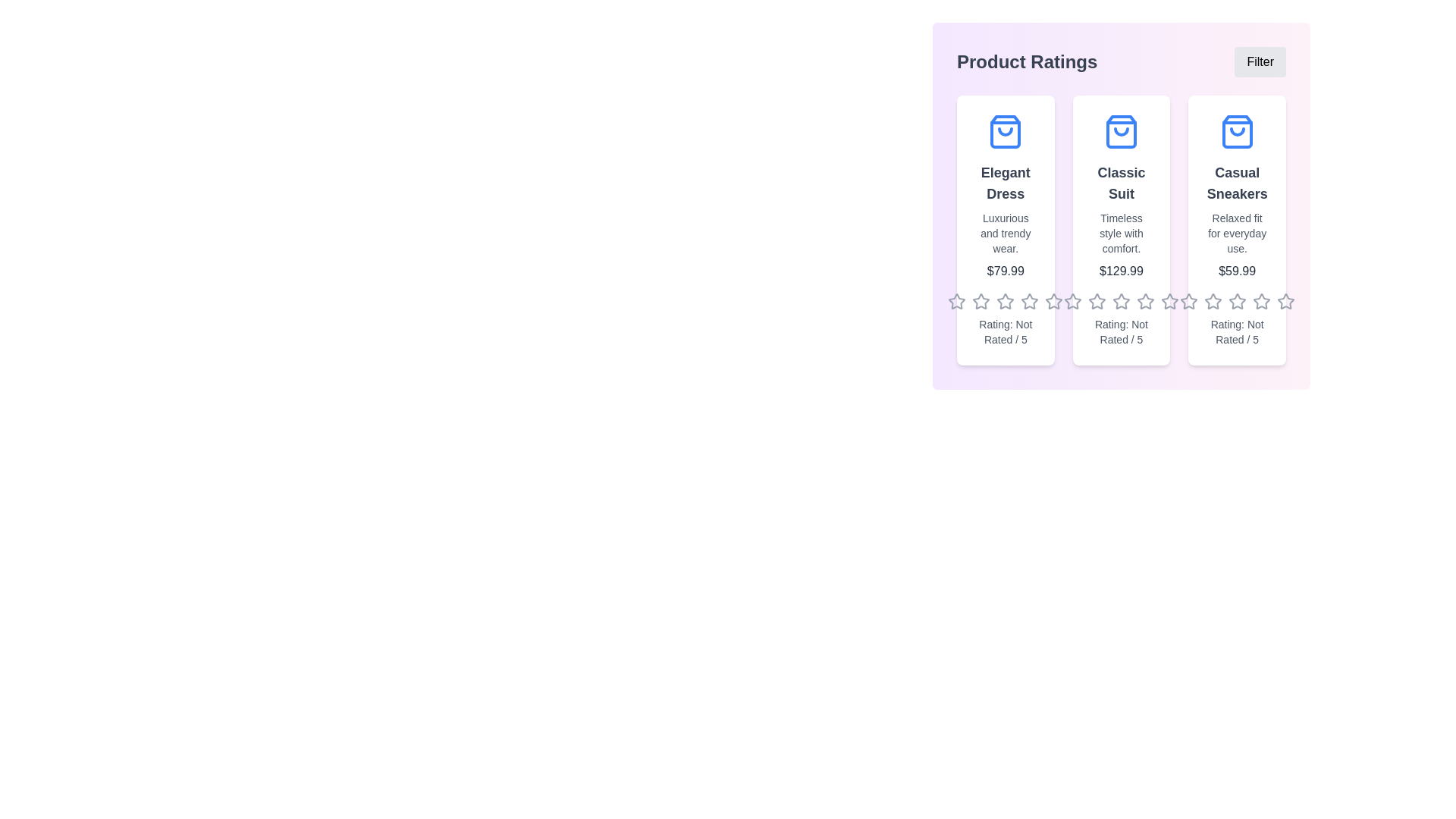 This screenshot has height=819, width=1456. Describe the element at coordinates (1030, 301) in the screenshot. I see `the rating of a product to 4 stars by clicking on the respective star in the product's rating section` at that location.